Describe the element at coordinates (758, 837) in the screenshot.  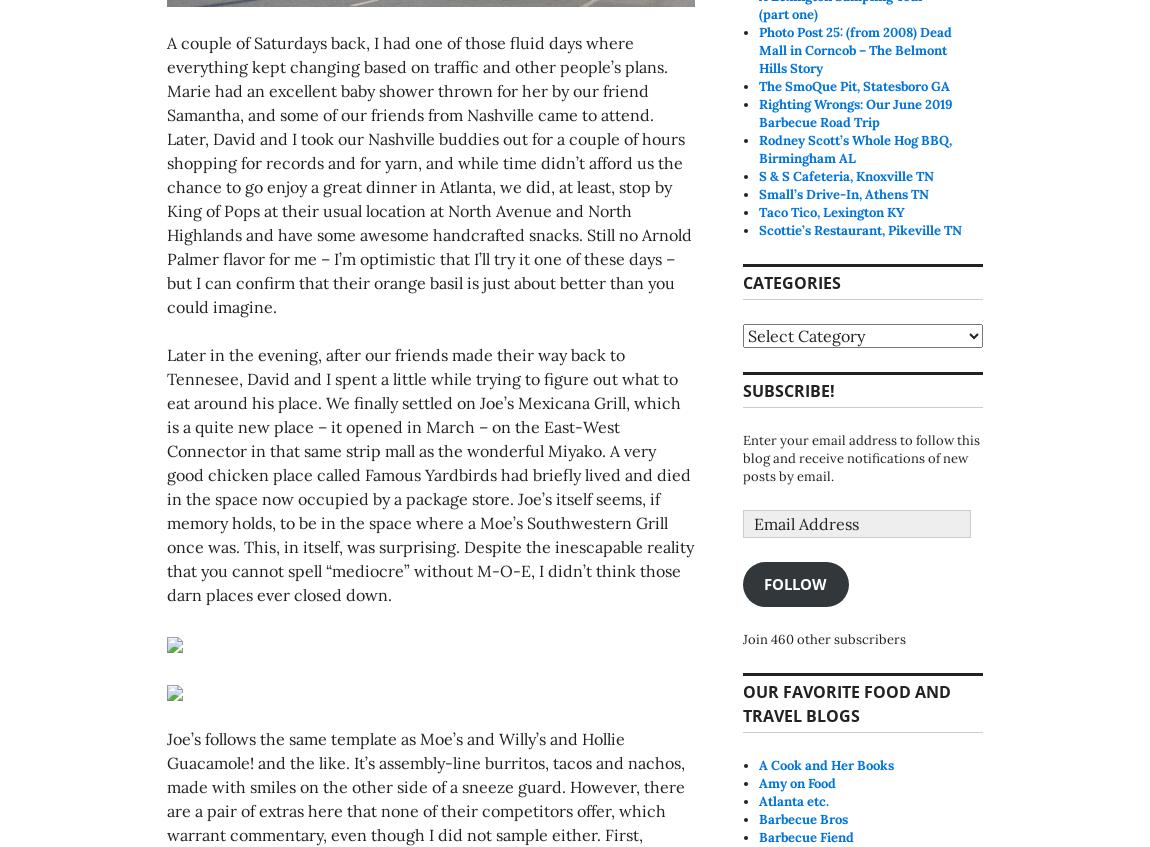
I see `'Barbecue Fiend'` at that location.